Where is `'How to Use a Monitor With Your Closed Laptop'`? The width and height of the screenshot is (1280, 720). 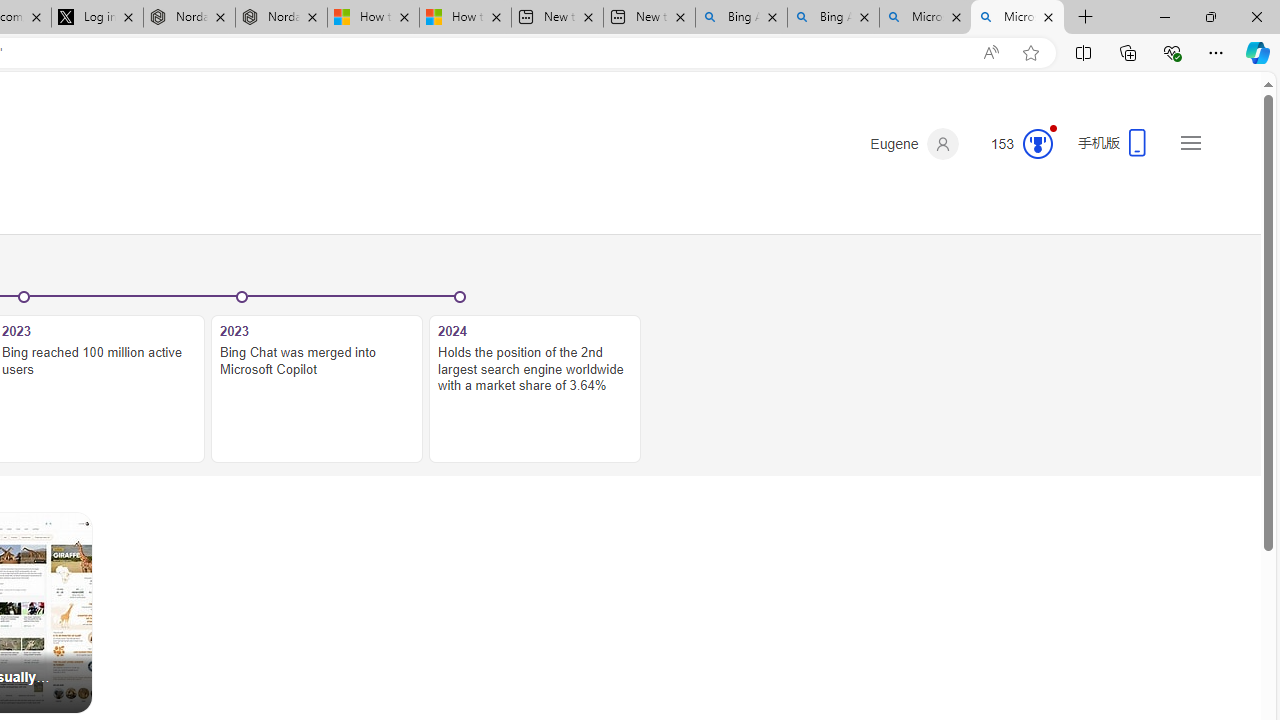 'How to Use a Monitor With Your Closed Laptop' is located at coordinates (464, 17).